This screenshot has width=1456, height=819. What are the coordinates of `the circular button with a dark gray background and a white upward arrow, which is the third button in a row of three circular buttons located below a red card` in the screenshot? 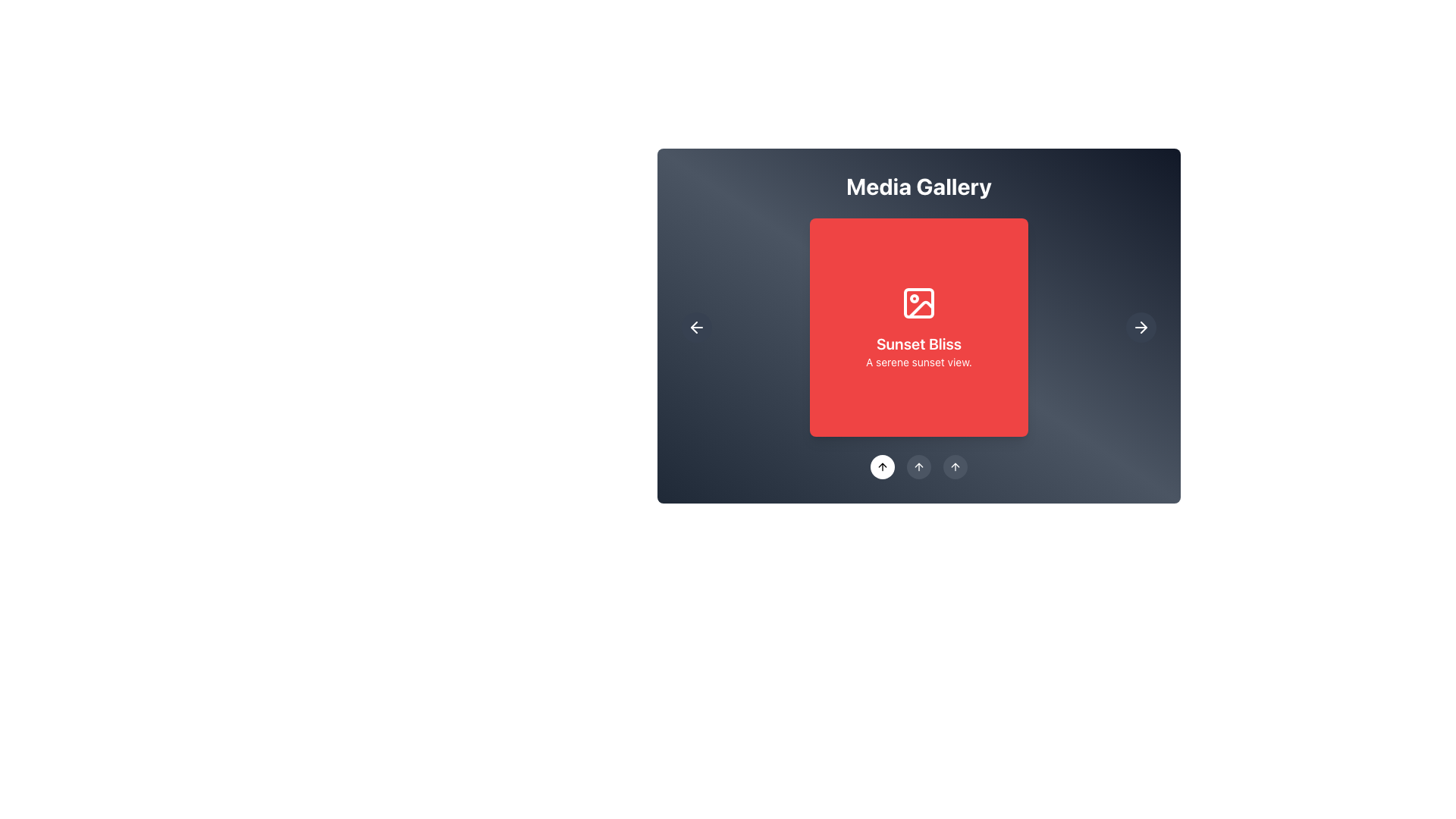 It's located at (954, 466).